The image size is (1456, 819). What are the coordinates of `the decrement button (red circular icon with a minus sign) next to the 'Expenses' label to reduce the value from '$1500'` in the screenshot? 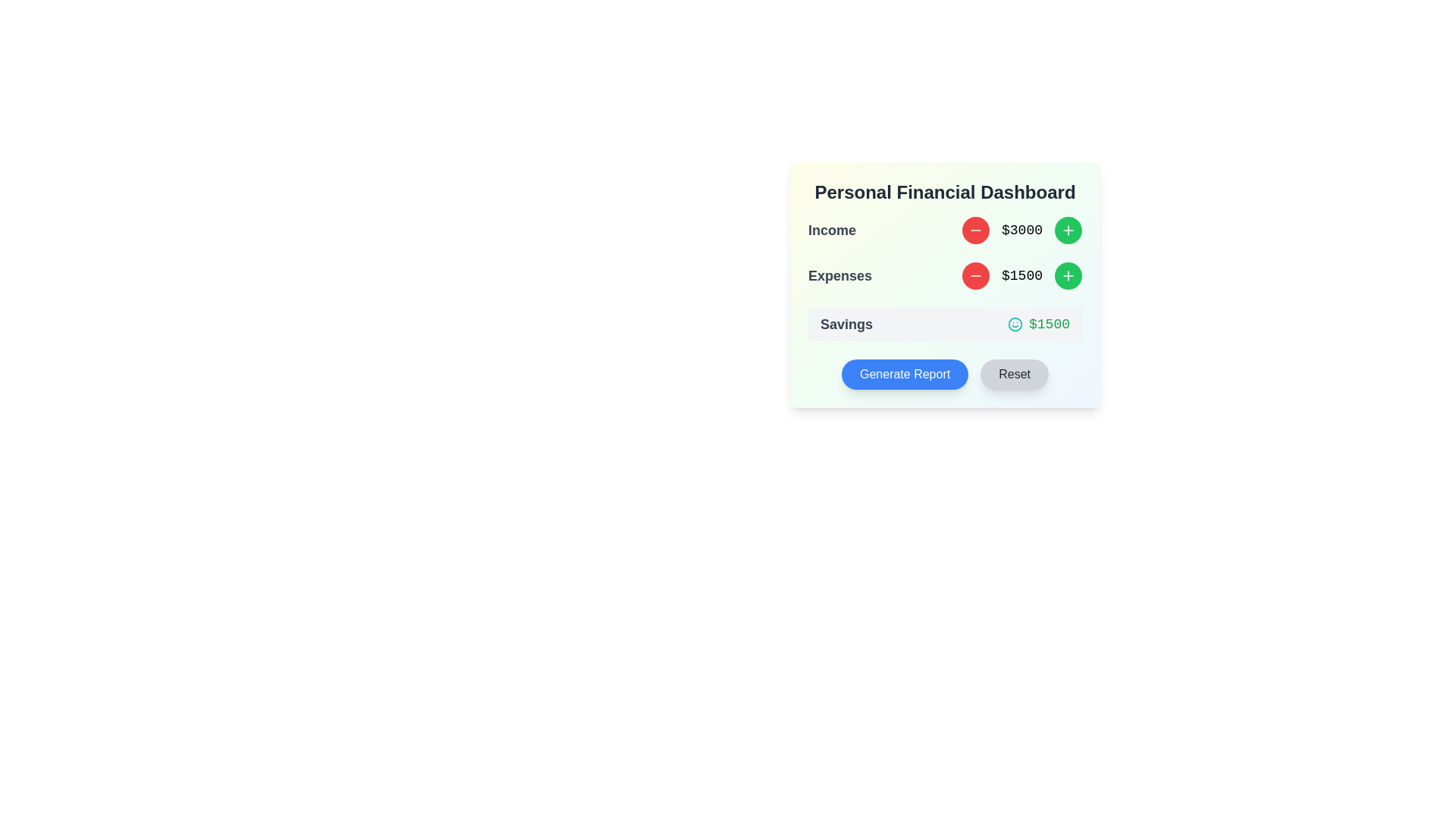 It's located at (944, 275).